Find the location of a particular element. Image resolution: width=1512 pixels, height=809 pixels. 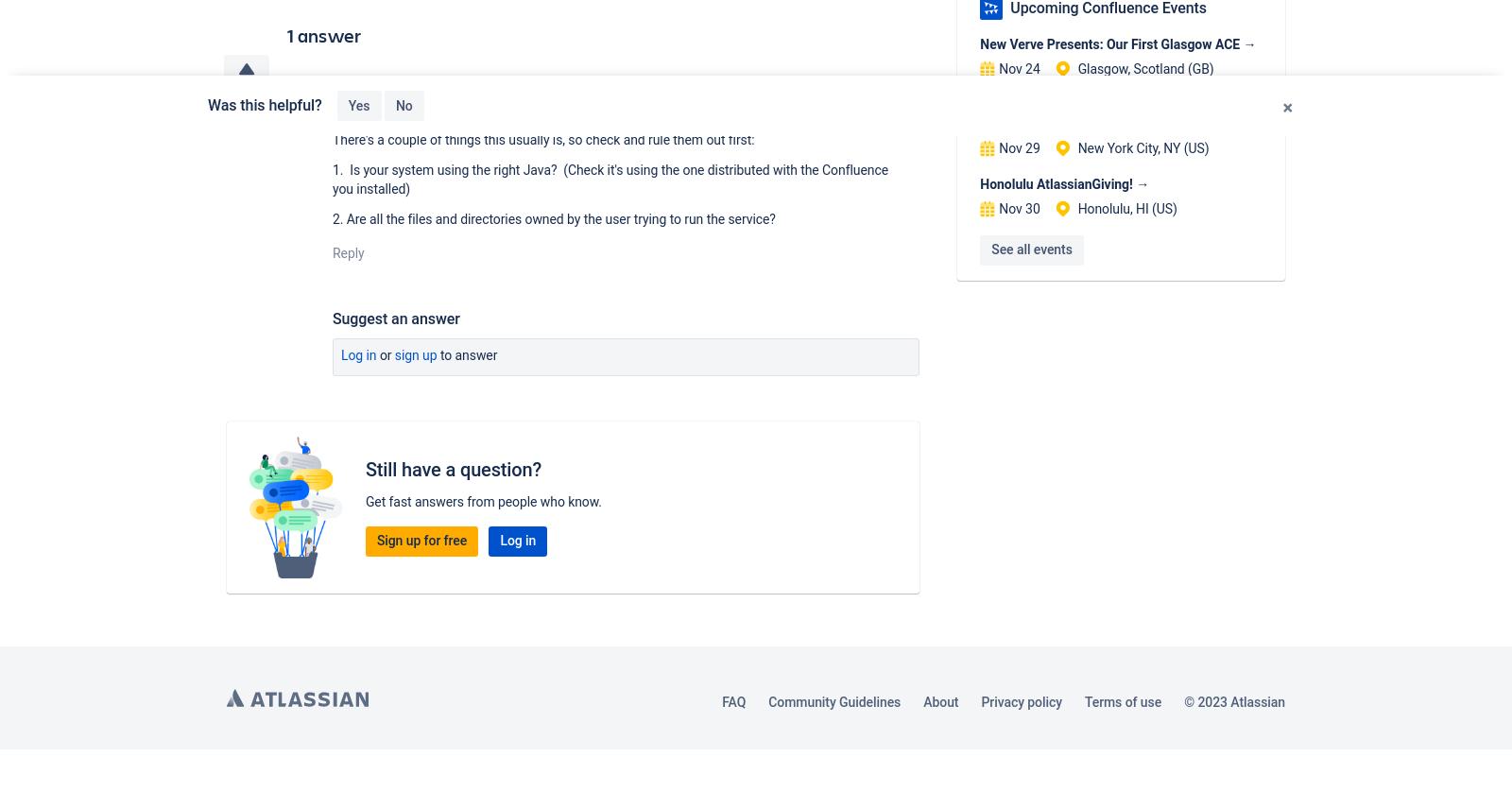

'Community Leader' is located at coordinates (483, 115).